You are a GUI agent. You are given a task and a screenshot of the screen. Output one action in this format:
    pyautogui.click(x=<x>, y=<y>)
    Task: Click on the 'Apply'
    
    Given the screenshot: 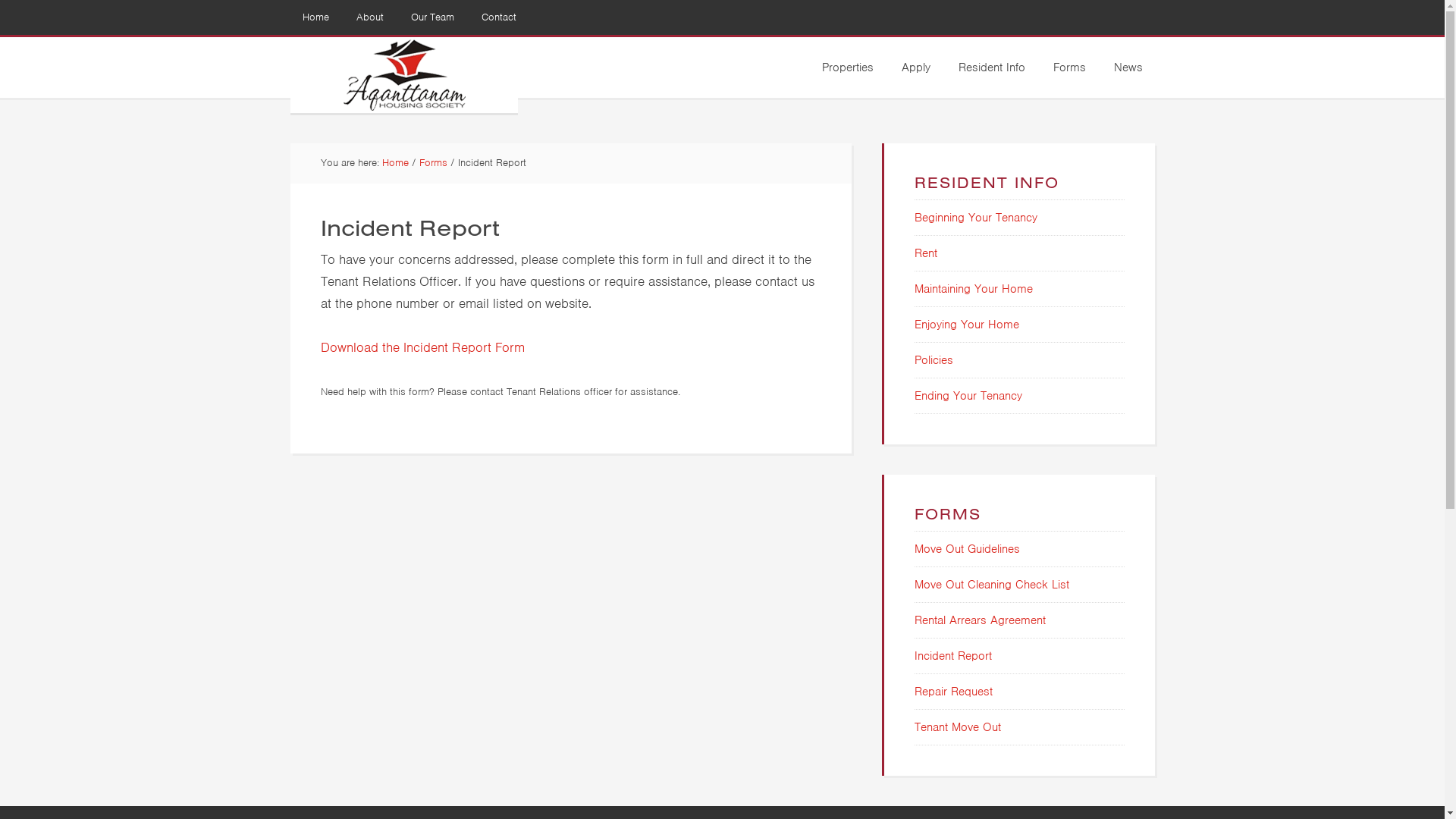 What is the action you would take?
    pyautogui.click(x=914, y=66)
    